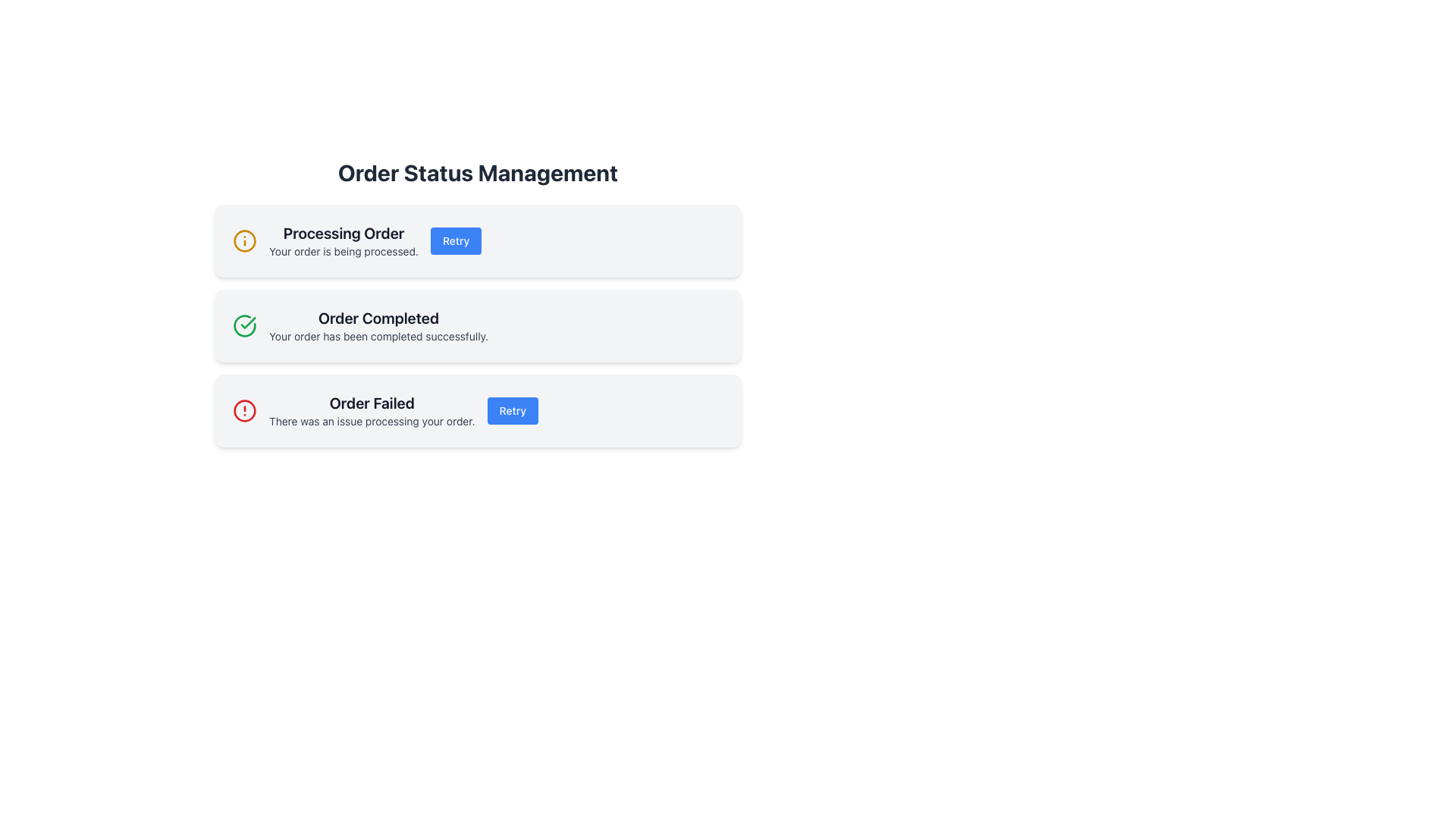  Describe the element at coordinates (477, 325) in the screenshot. I see `the Notification box that displays 'Order Completed' with a green checkmark icon, which is the second box in a vertical list of notifications` at that location.